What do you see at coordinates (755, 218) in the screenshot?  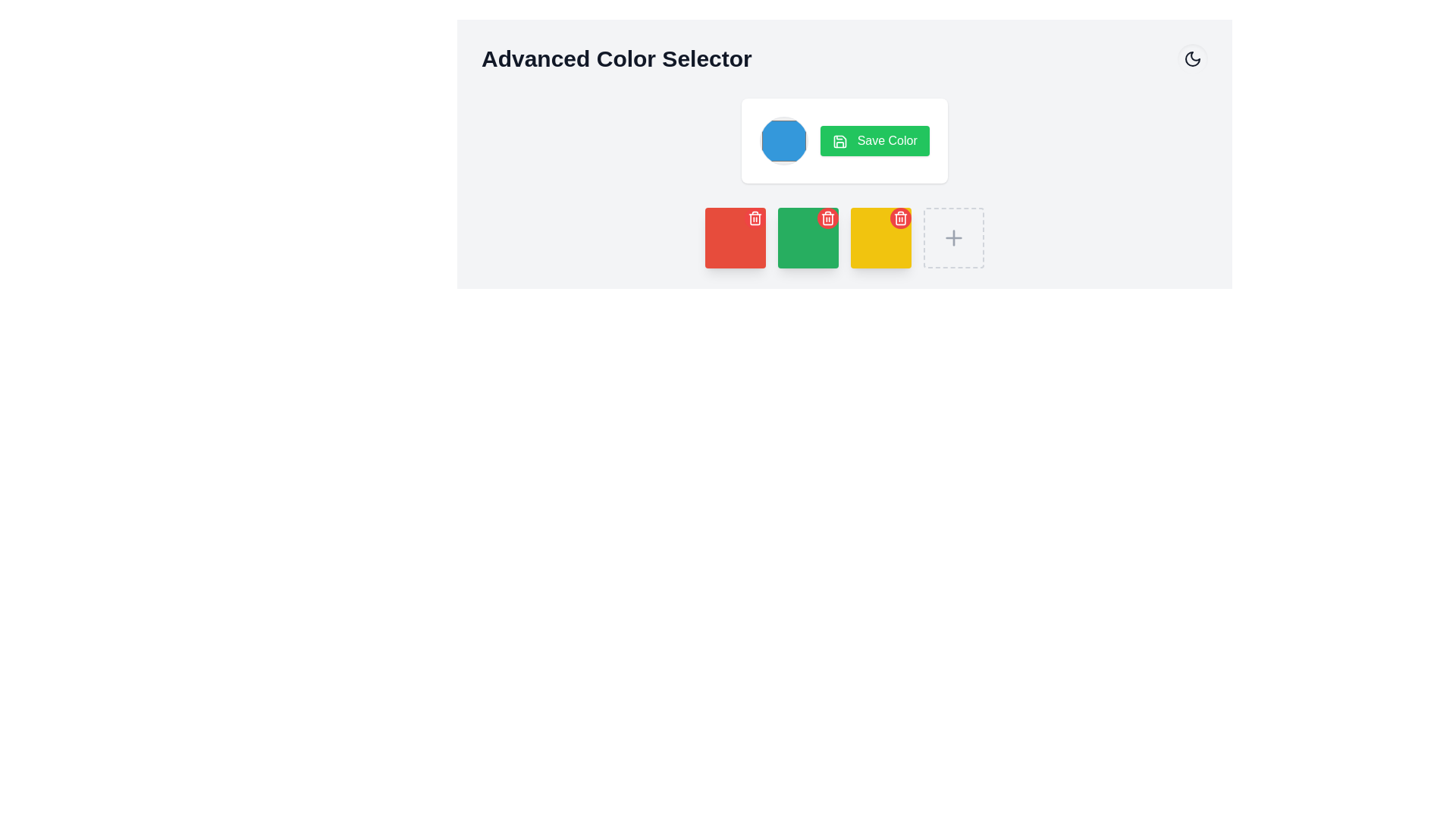 I see `the delete button located at the top-right corner of the red square` at bounding box center [755, 218].